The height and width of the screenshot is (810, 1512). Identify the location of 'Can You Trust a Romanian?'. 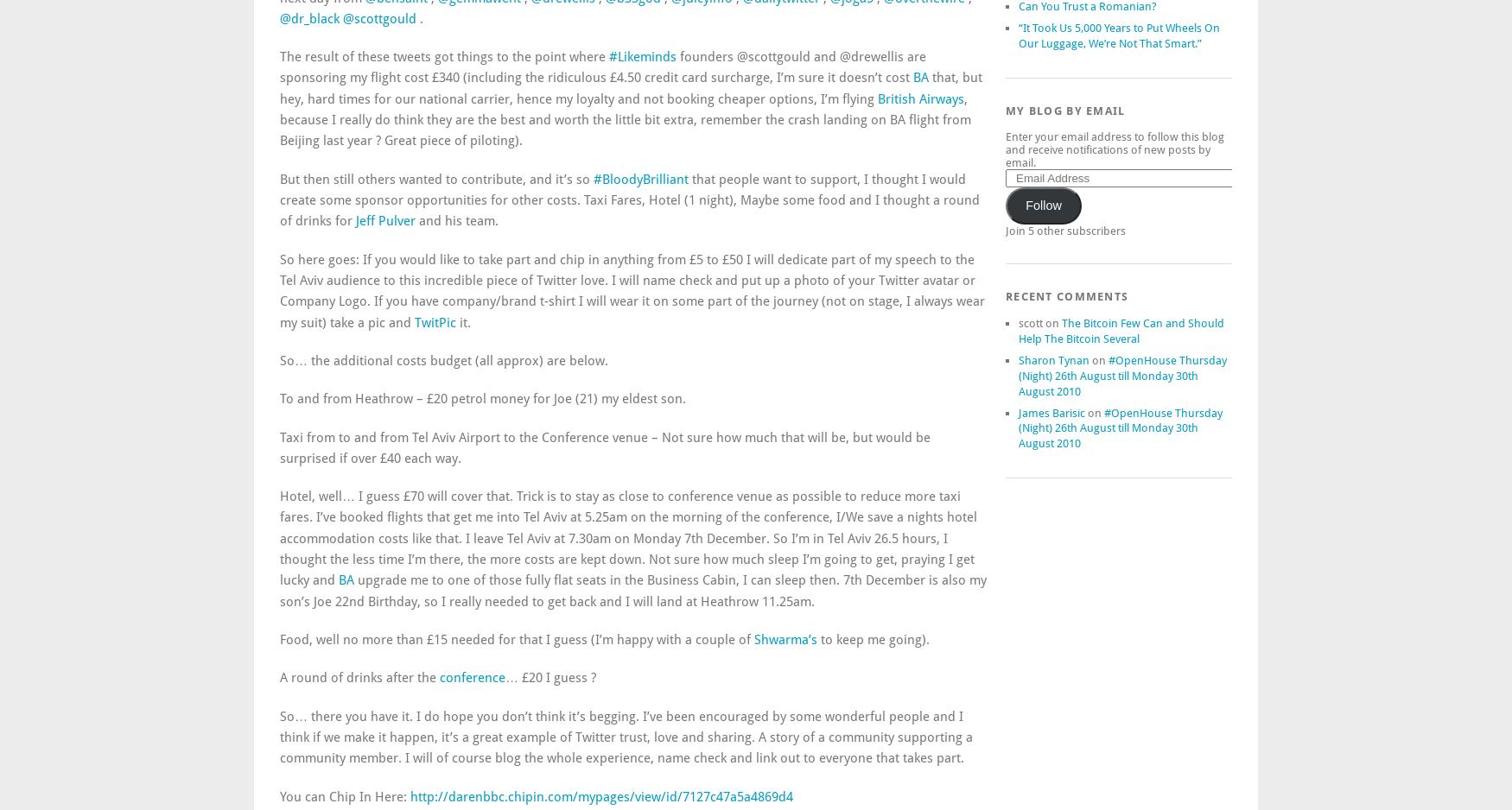
(1086, 6).